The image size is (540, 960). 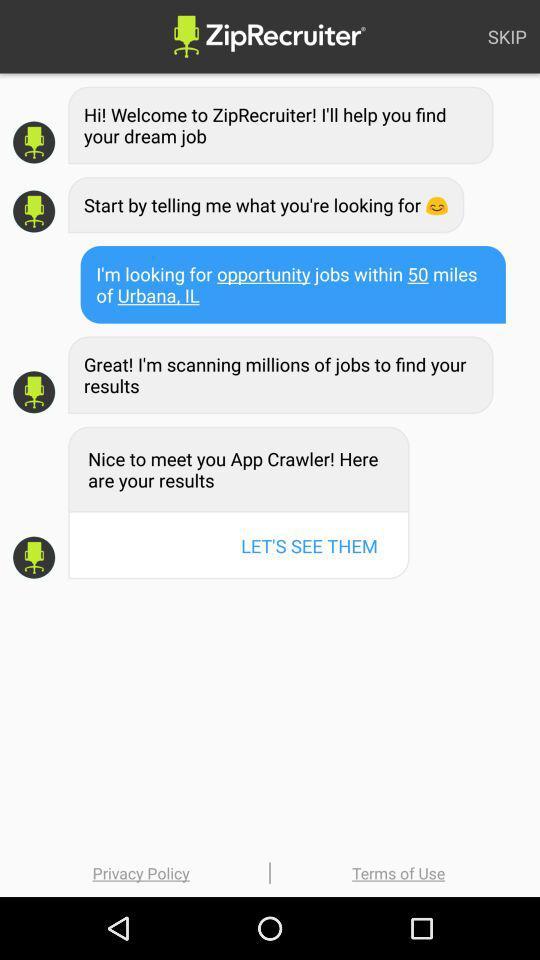 I want to click on skip item, so click(x=507, y=35).